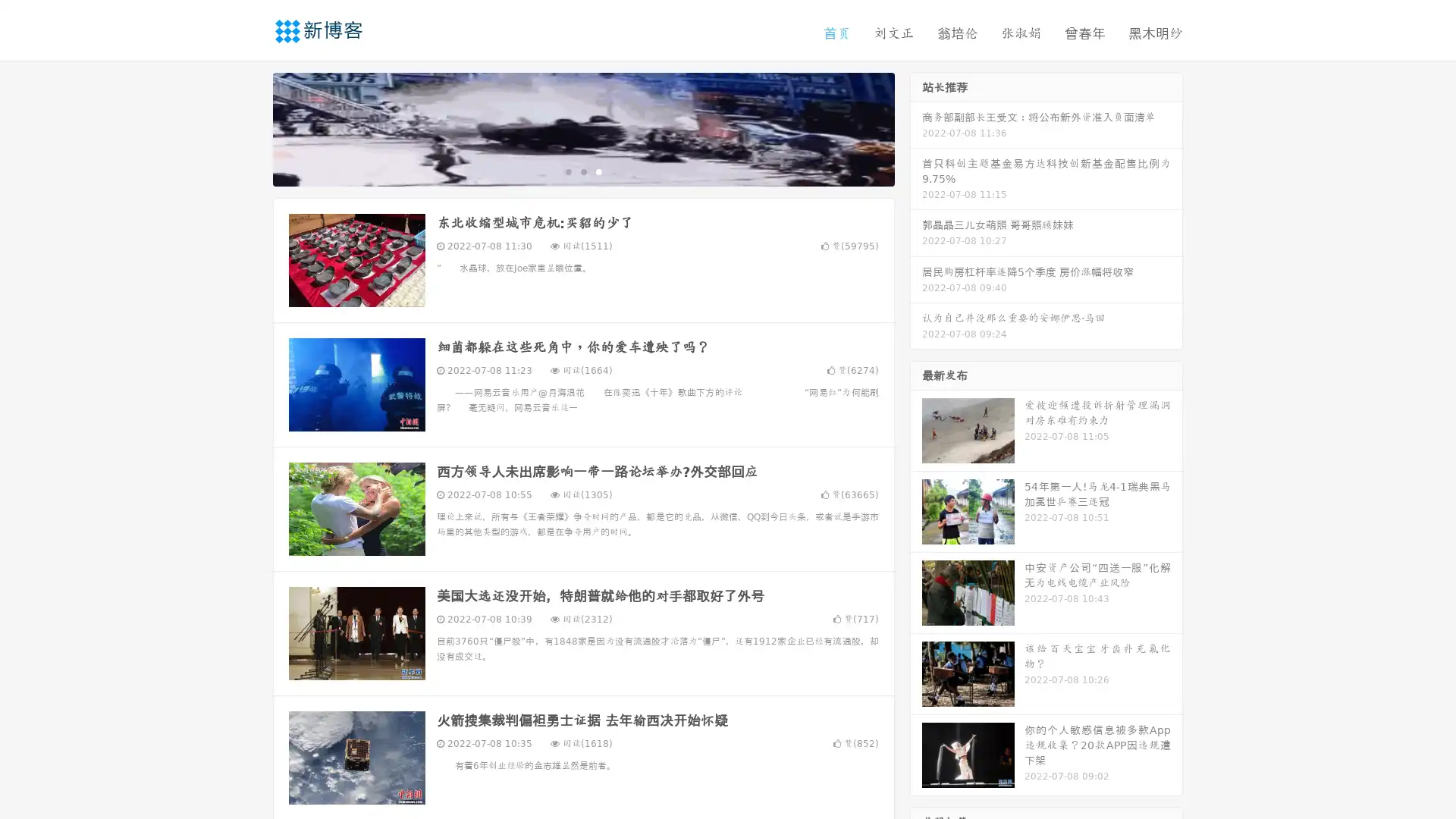 Image resolution: width=1456 pixels, height=819 pixels. I want to click on Go to slide 2, so click(582, 171).